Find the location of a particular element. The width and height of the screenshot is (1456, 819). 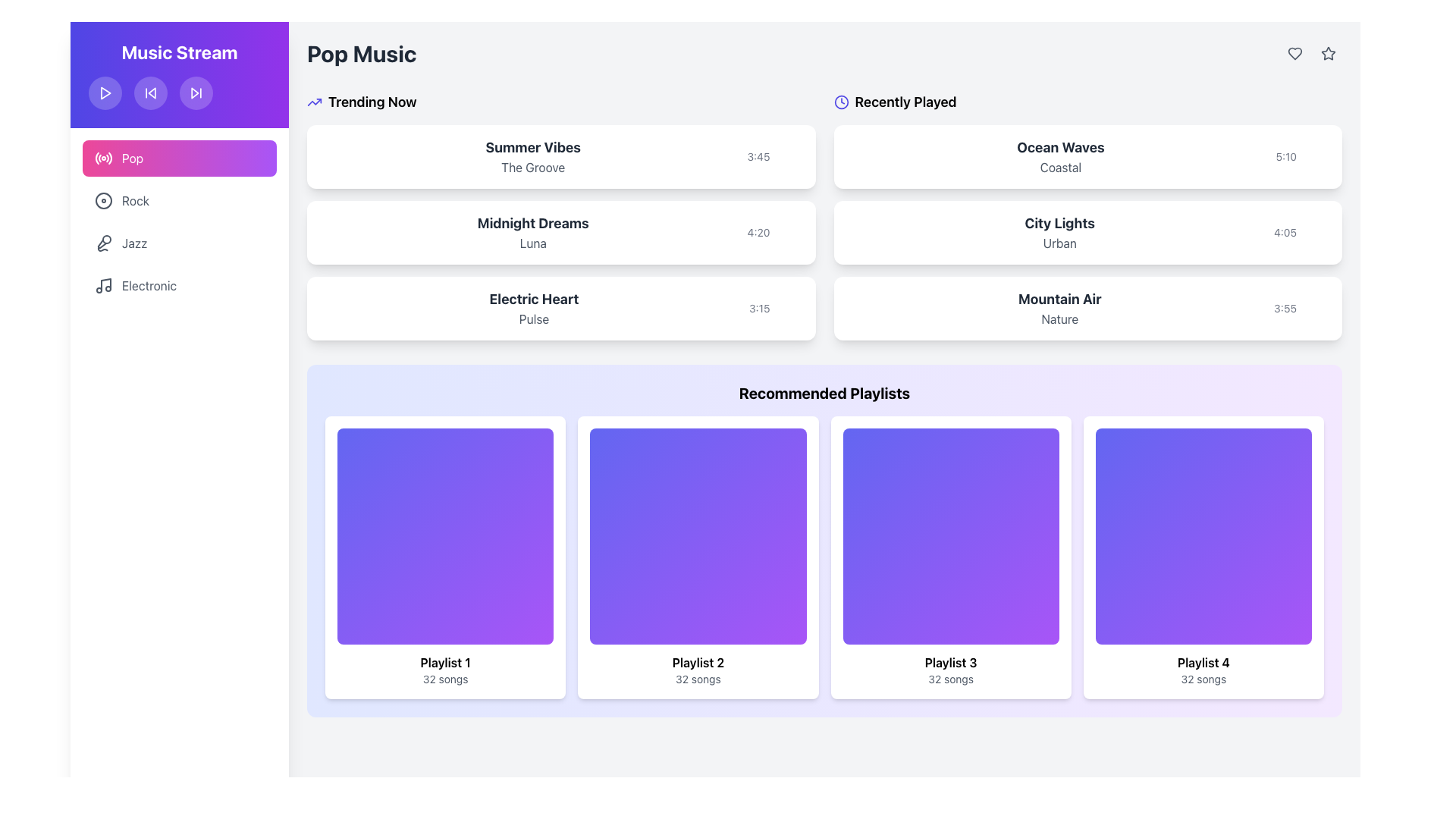

the title text 'Electric Heart' located in the 'Trending Now' section is located at coordinates (534, 299).